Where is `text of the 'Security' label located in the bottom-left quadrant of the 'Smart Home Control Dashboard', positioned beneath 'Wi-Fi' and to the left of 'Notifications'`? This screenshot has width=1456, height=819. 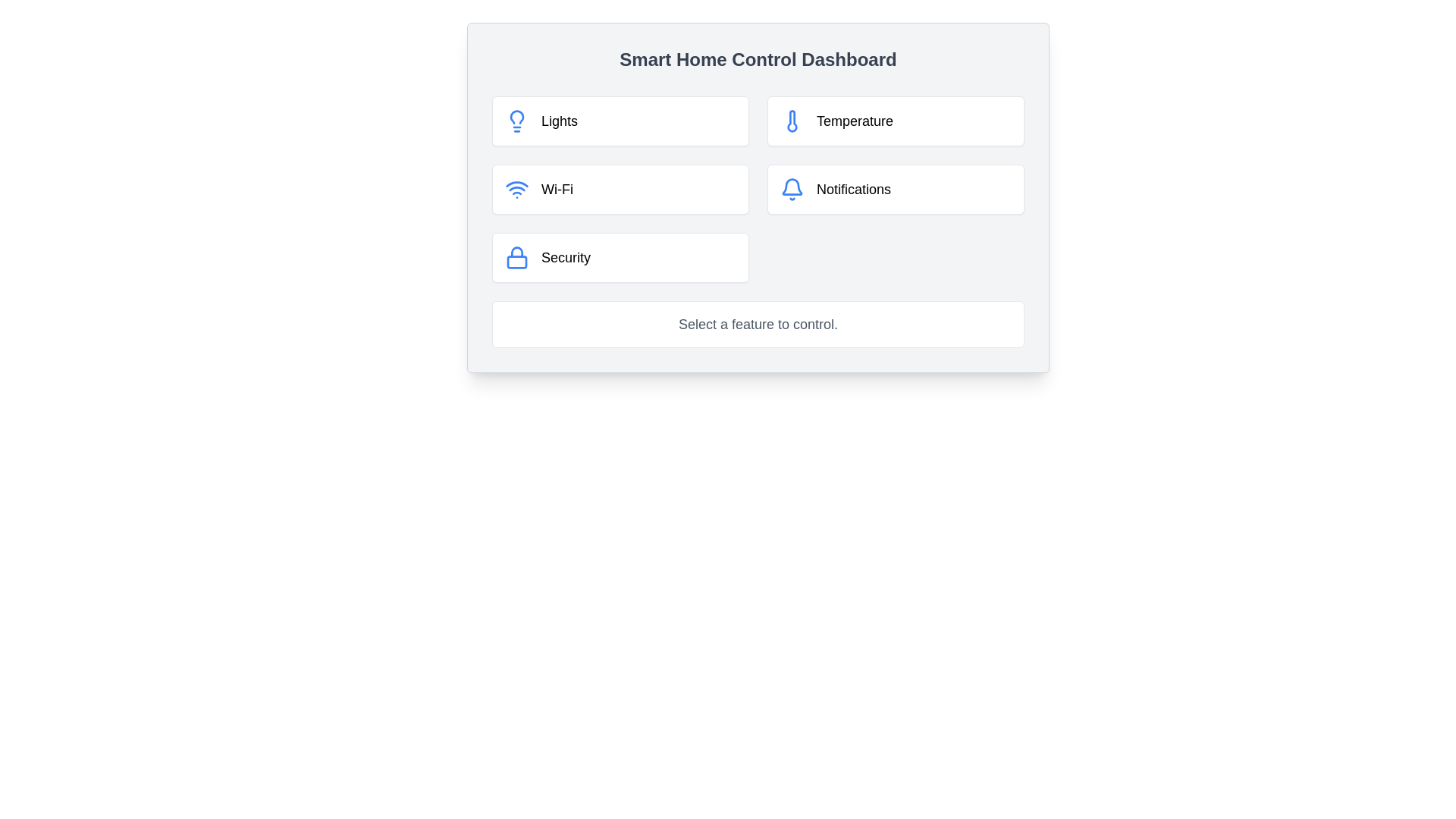 text of the 'Security' label located in the bottom-left quadrant of the 'Smart Home Control Dashboard', positioned beneath 'Wi-Fi' and to the left of 'Notifications' is located at coordinates (565, 256).